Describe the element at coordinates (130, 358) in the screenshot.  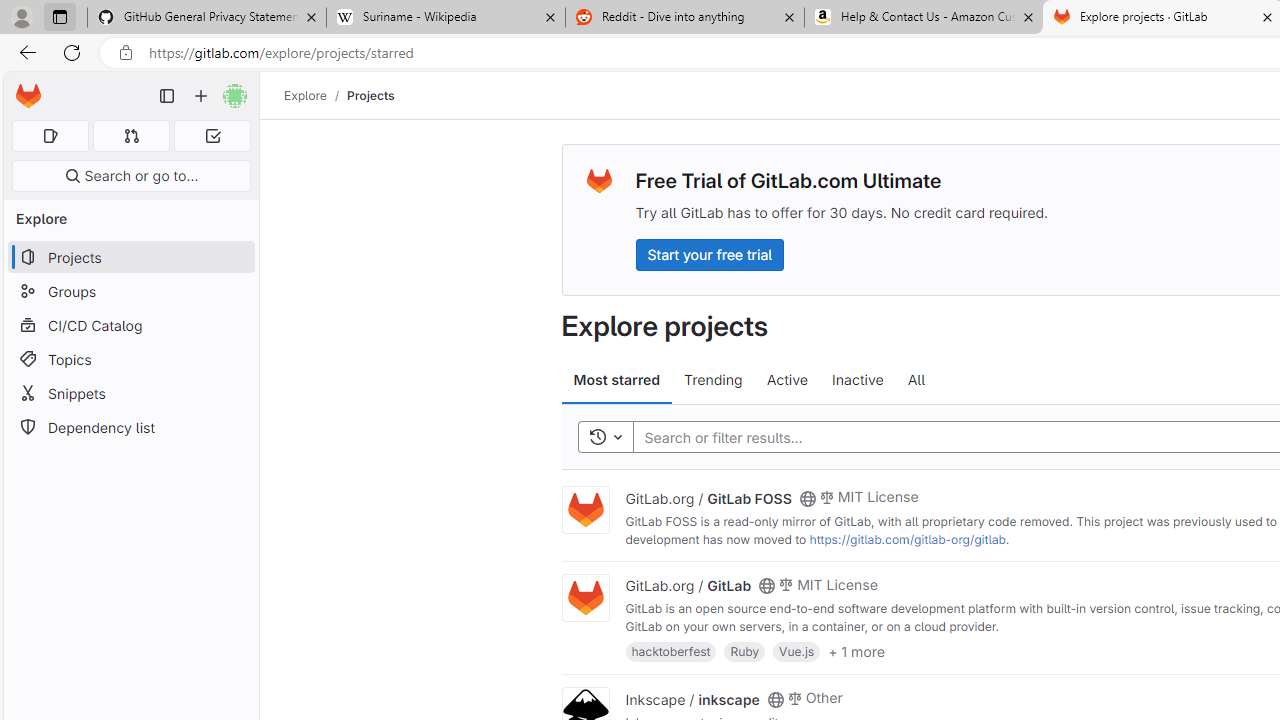
I see `'Topics'` at that location.